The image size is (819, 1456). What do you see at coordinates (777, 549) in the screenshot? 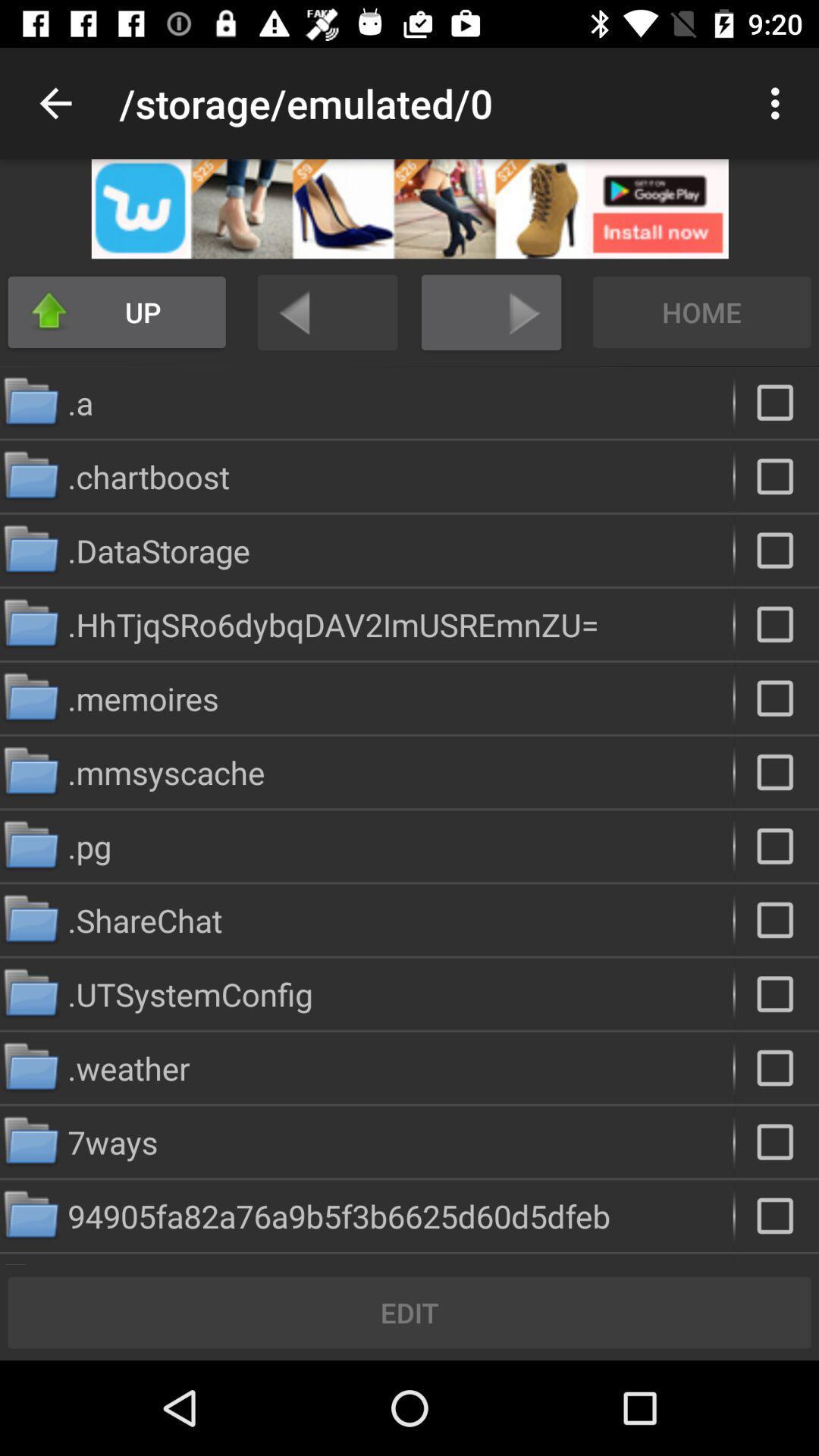
I see `choose a folder` at bounding box center [777, 549].